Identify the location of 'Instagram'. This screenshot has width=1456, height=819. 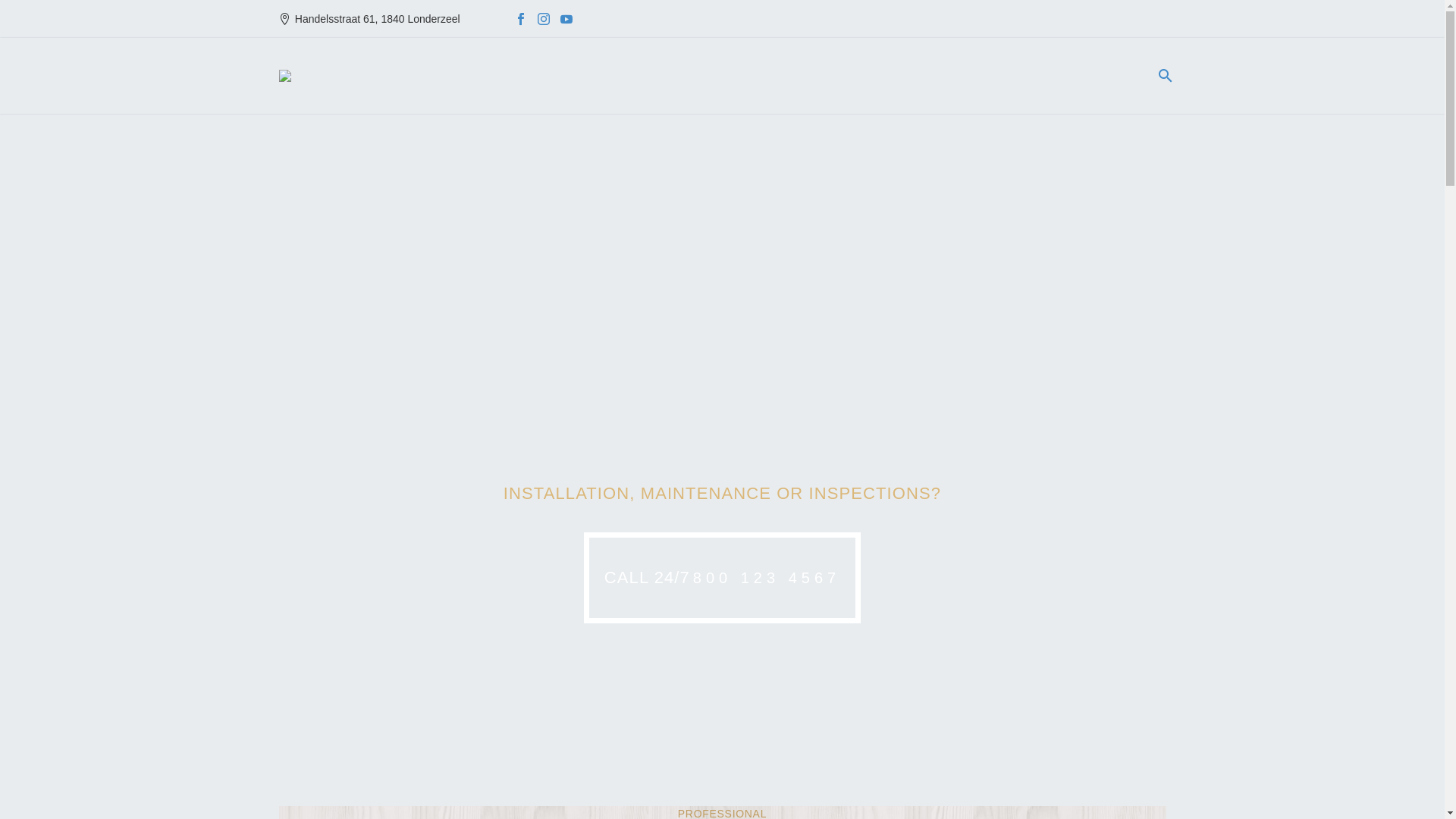
(543, 18).